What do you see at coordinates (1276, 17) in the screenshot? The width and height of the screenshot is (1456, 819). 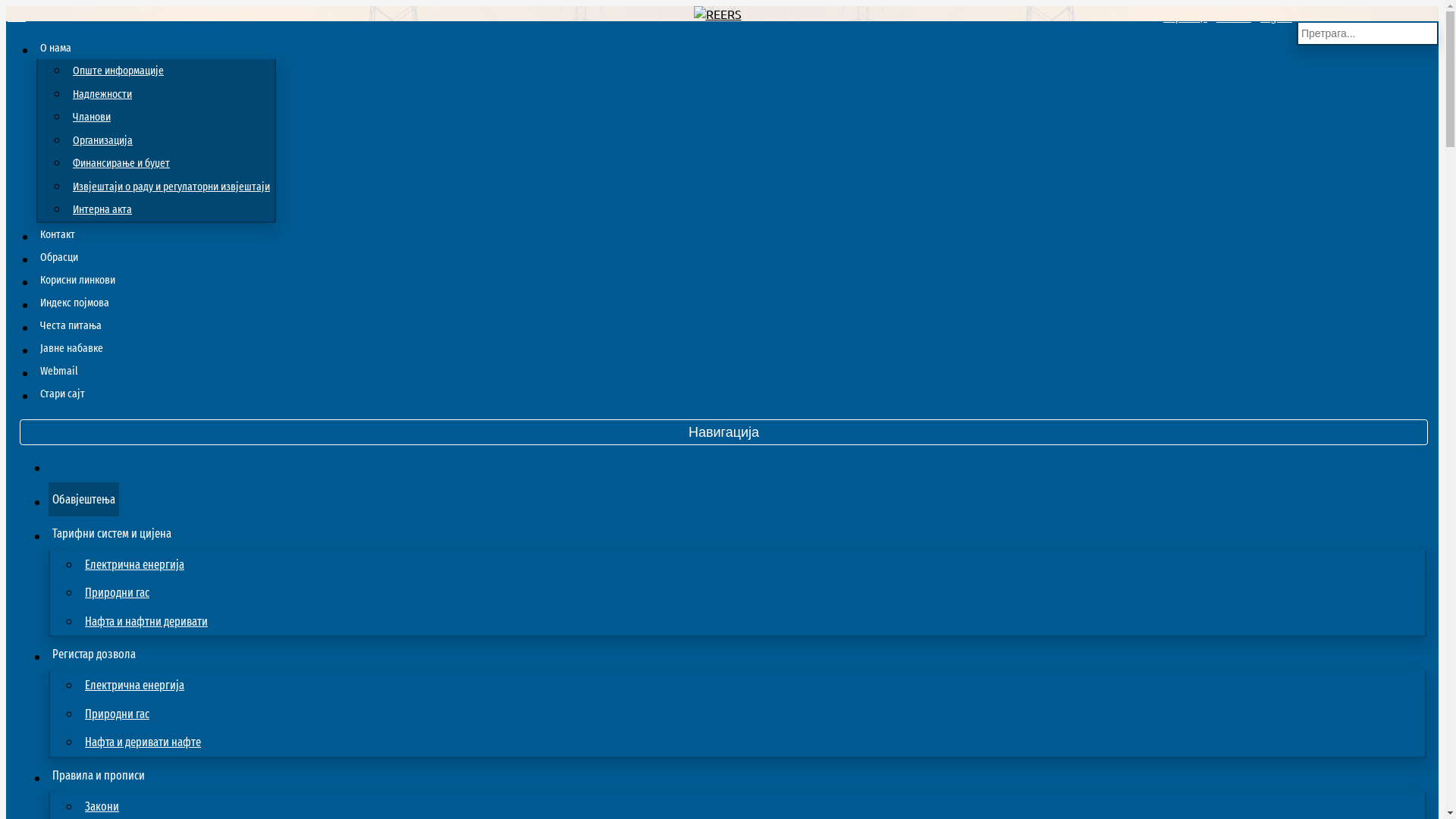 I see `'English'` at bounding box center [1276, 17].